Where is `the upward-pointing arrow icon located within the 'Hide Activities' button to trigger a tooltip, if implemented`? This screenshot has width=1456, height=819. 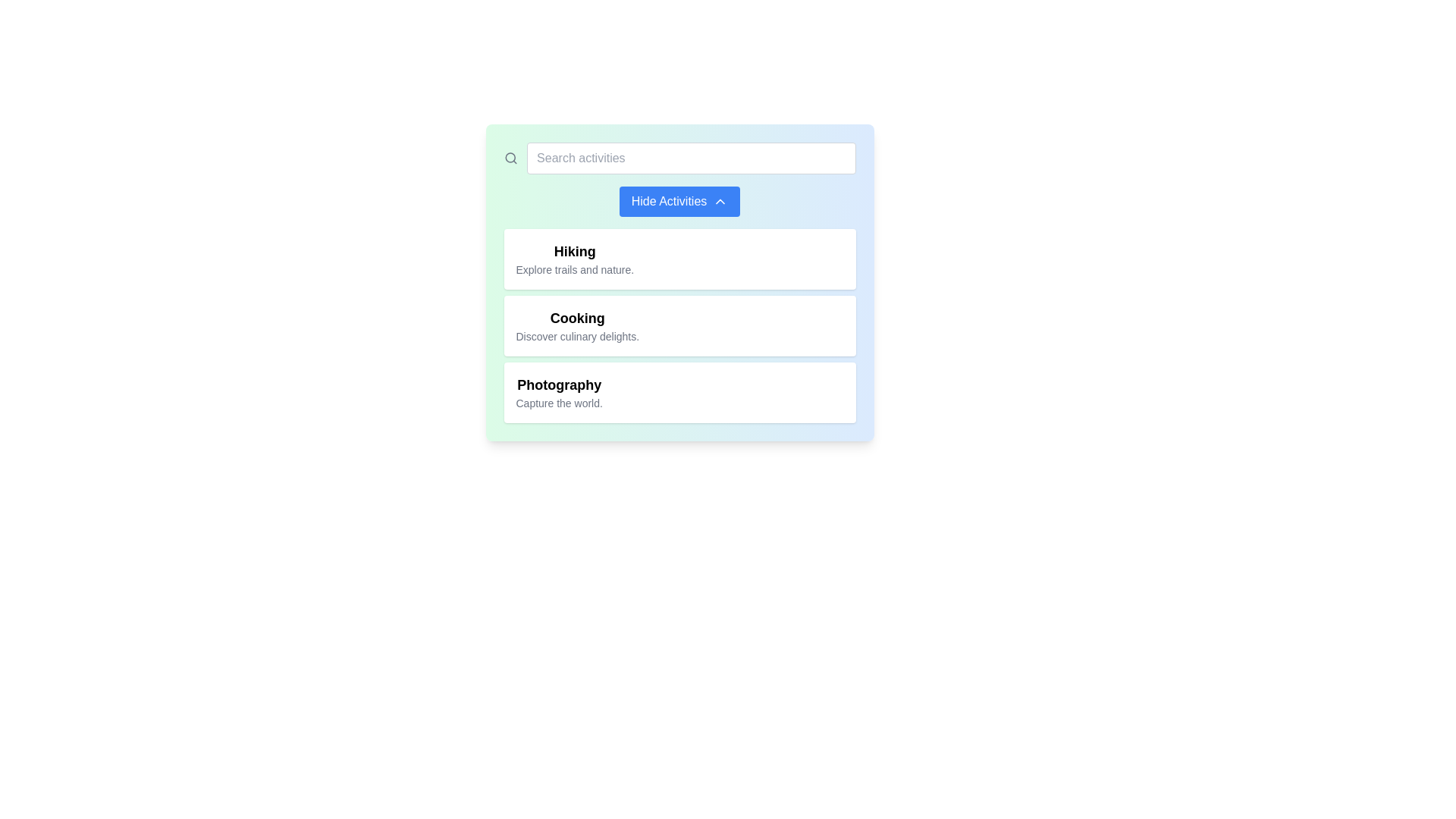 the upward-pointing arrow icon located within the 'Hide Activities' button to trigger a tooltip, if implemented is located at coordinates (720, 201).